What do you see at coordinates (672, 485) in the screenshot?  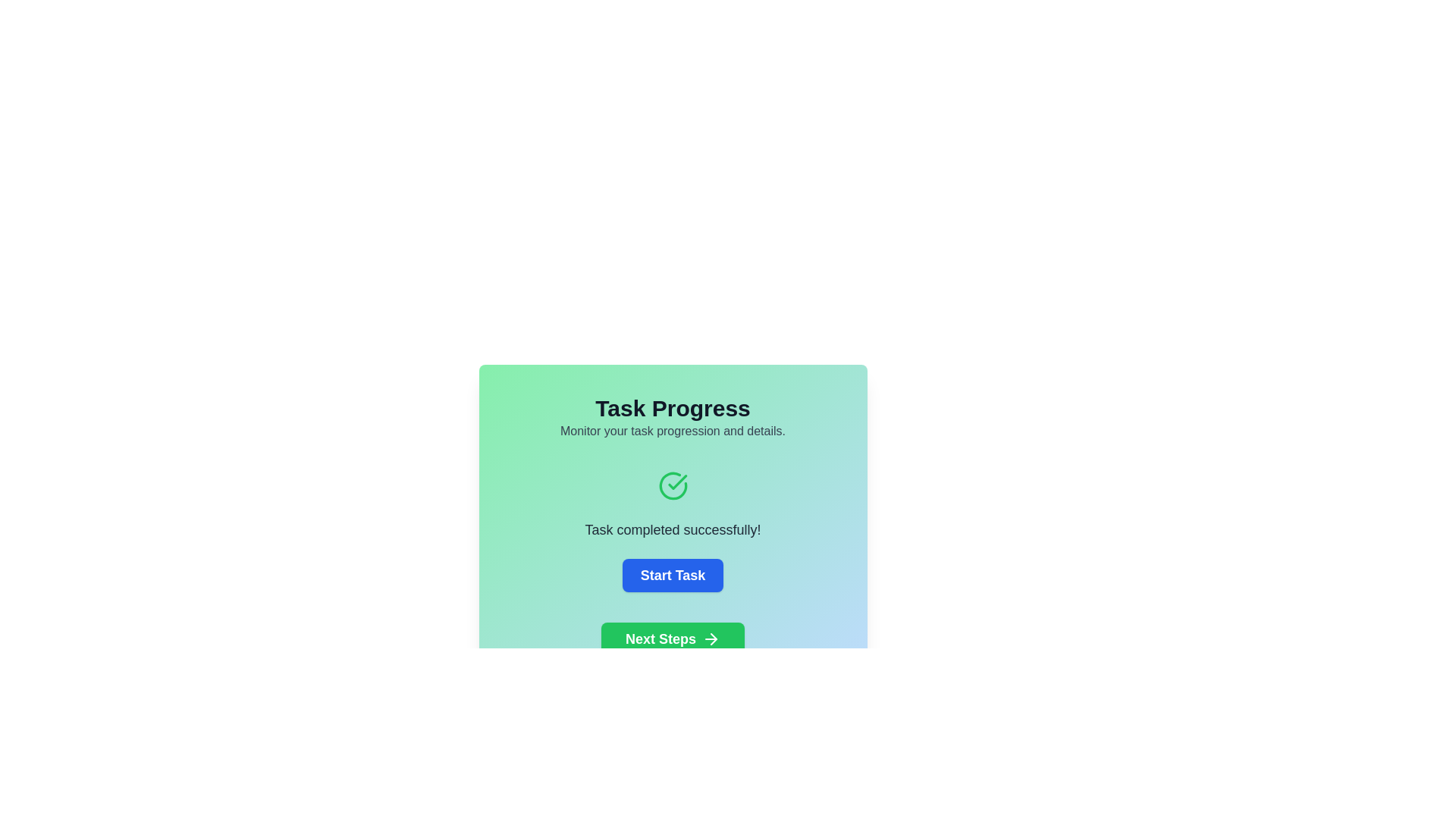 I see `the green circular icon with a checkmark in the center, located under the 'Task Progress' header in the card layout` at bounding box center [672, 485].